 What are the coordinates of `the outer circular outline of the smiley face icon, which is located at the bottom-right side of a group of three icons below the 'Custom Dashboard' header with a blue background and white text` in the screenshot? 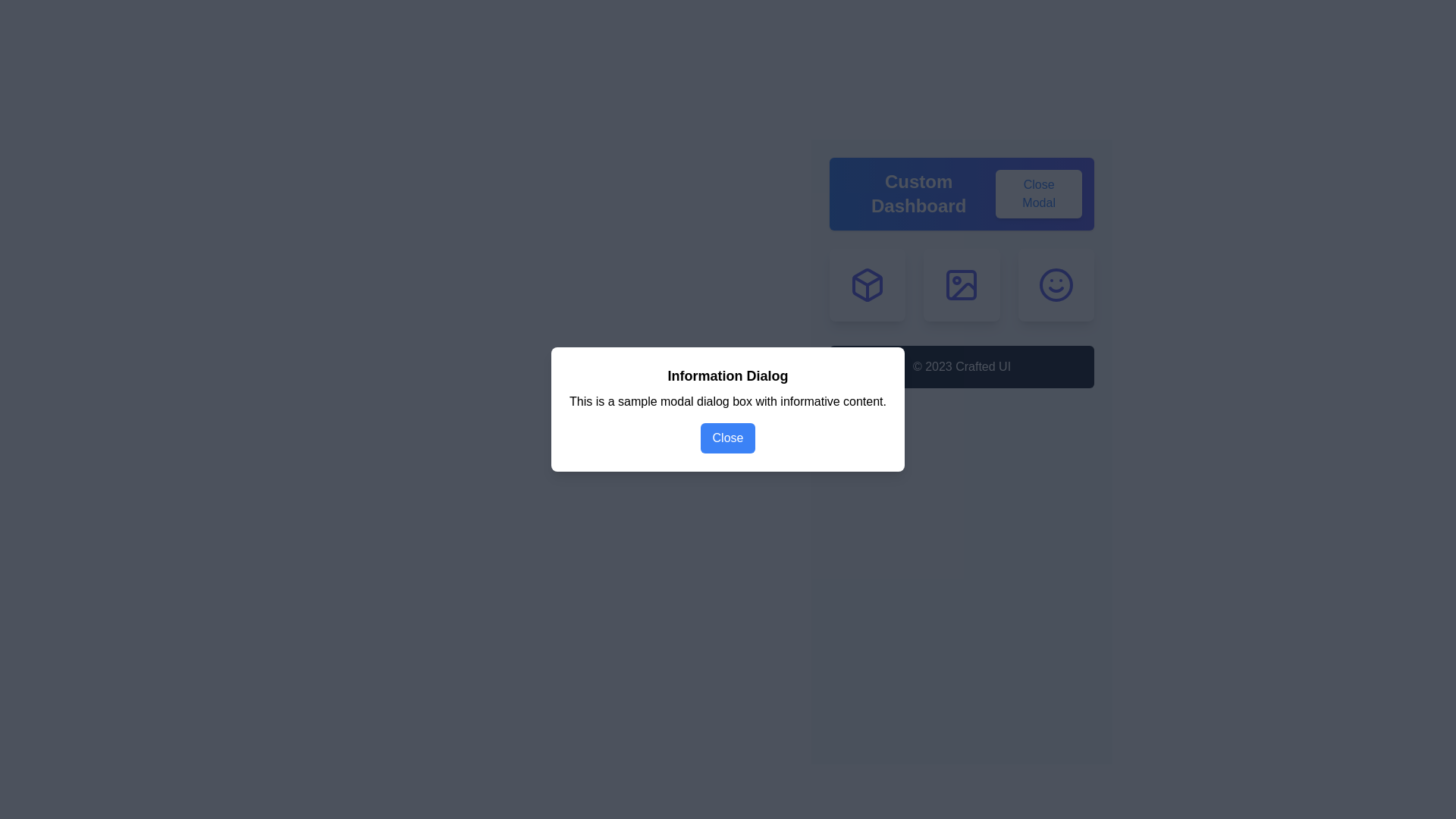 It's located at (1055, 284).